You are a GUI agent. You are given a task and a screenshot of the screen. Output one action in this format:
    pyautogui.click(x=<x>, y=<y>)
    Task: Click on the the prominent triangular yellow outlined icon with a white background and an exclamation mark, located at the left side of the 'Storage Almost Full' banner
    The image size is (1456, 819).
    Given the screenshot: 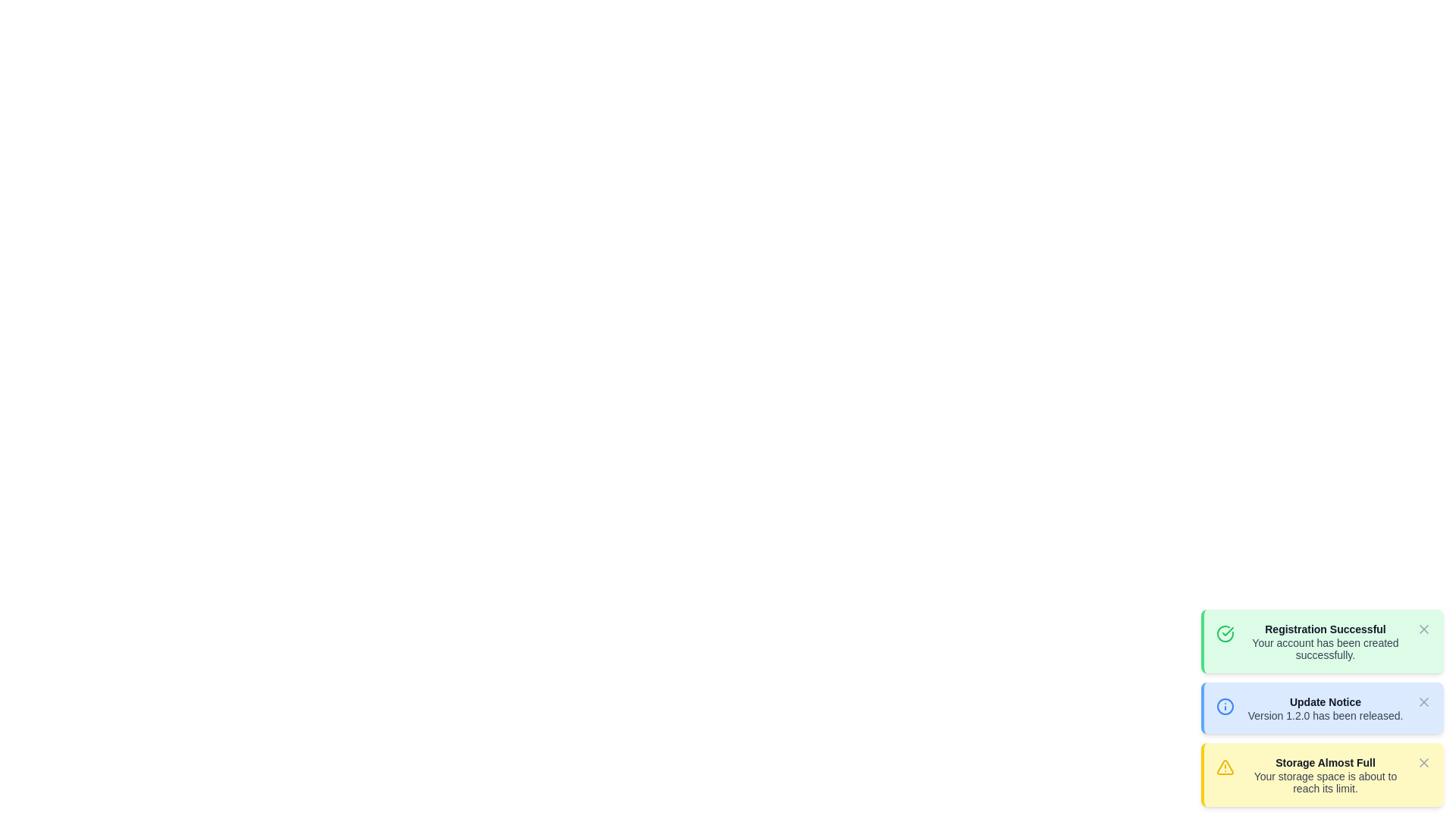 What is the action you would take?
    pyautogui.click(x=1225, y=766)
    